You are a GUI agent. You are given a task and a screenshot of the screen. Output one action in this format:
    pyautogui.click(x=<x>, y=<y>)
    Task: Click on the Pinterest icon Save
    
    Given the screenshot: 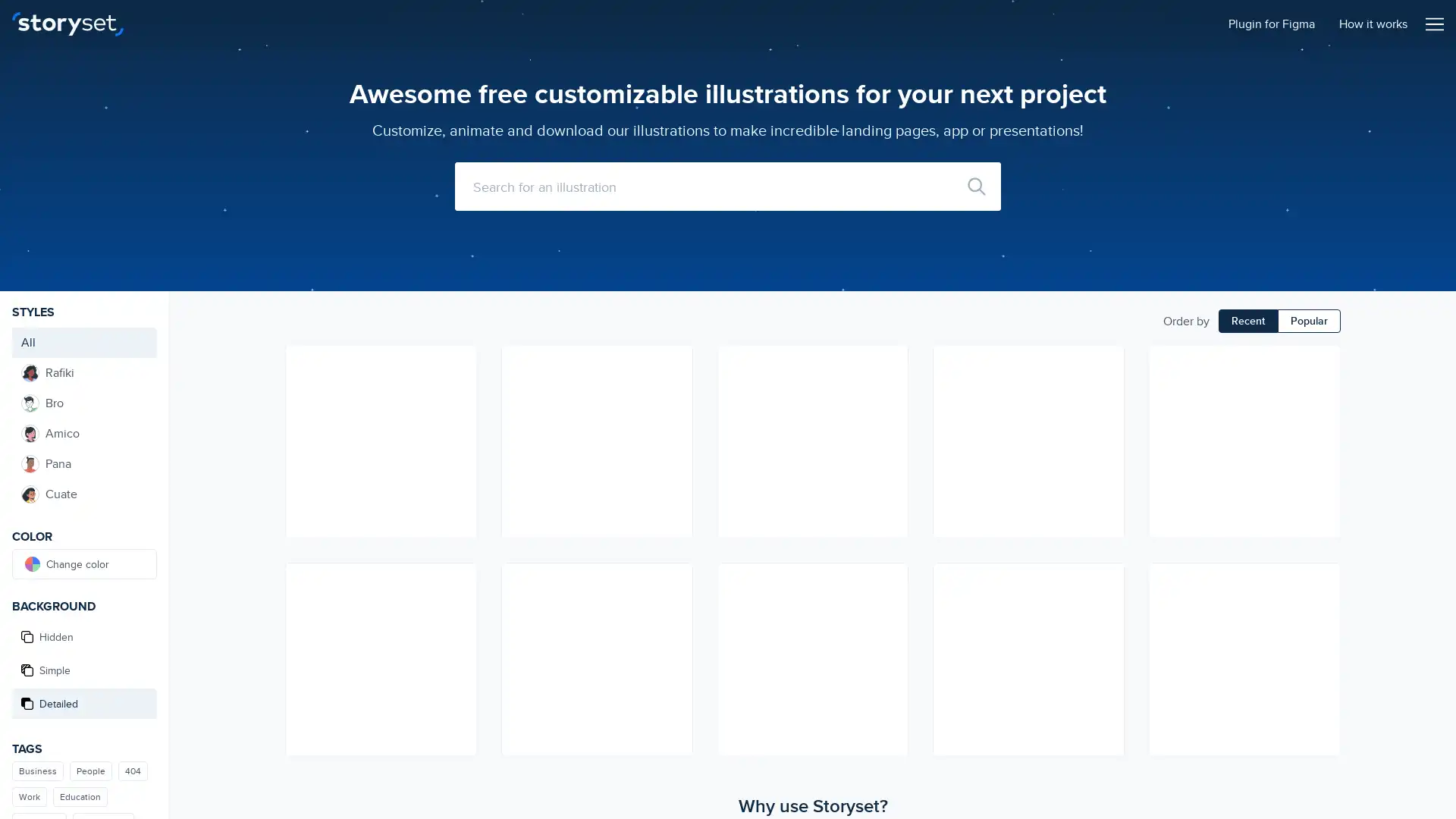 What is the action you would take?
    pyautogui.click(x=1320, y=418)
    